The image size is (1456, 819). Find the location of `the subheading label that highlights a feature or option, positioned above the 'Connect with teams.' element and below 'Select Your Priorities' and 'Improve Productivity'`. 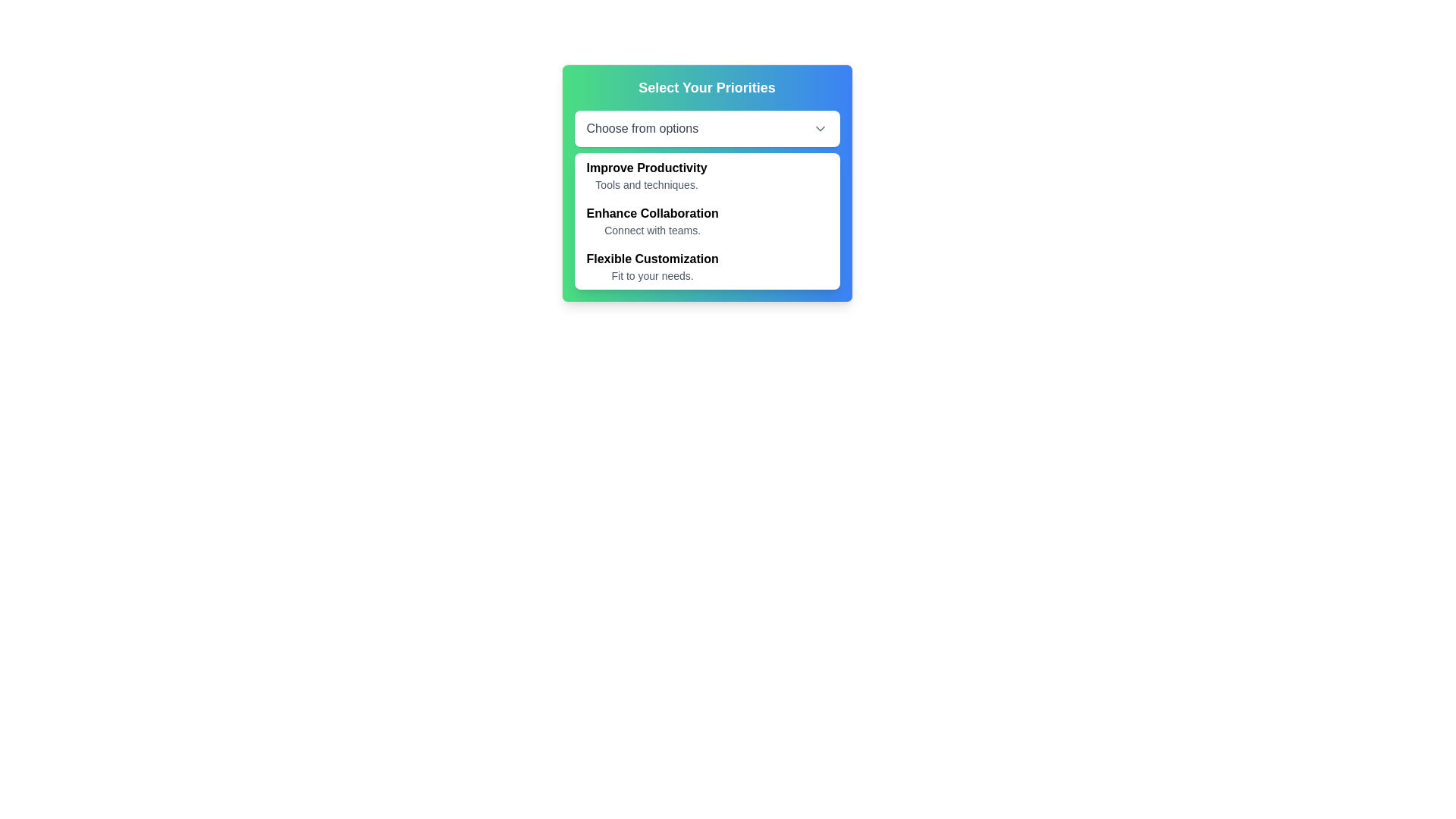

the subheading label that highlights a feature or option, positioned above the 'Connect with teams.' element and below 'Select Your Priorities' and 'Improve Productivity' is located at coordinates (652, 213).